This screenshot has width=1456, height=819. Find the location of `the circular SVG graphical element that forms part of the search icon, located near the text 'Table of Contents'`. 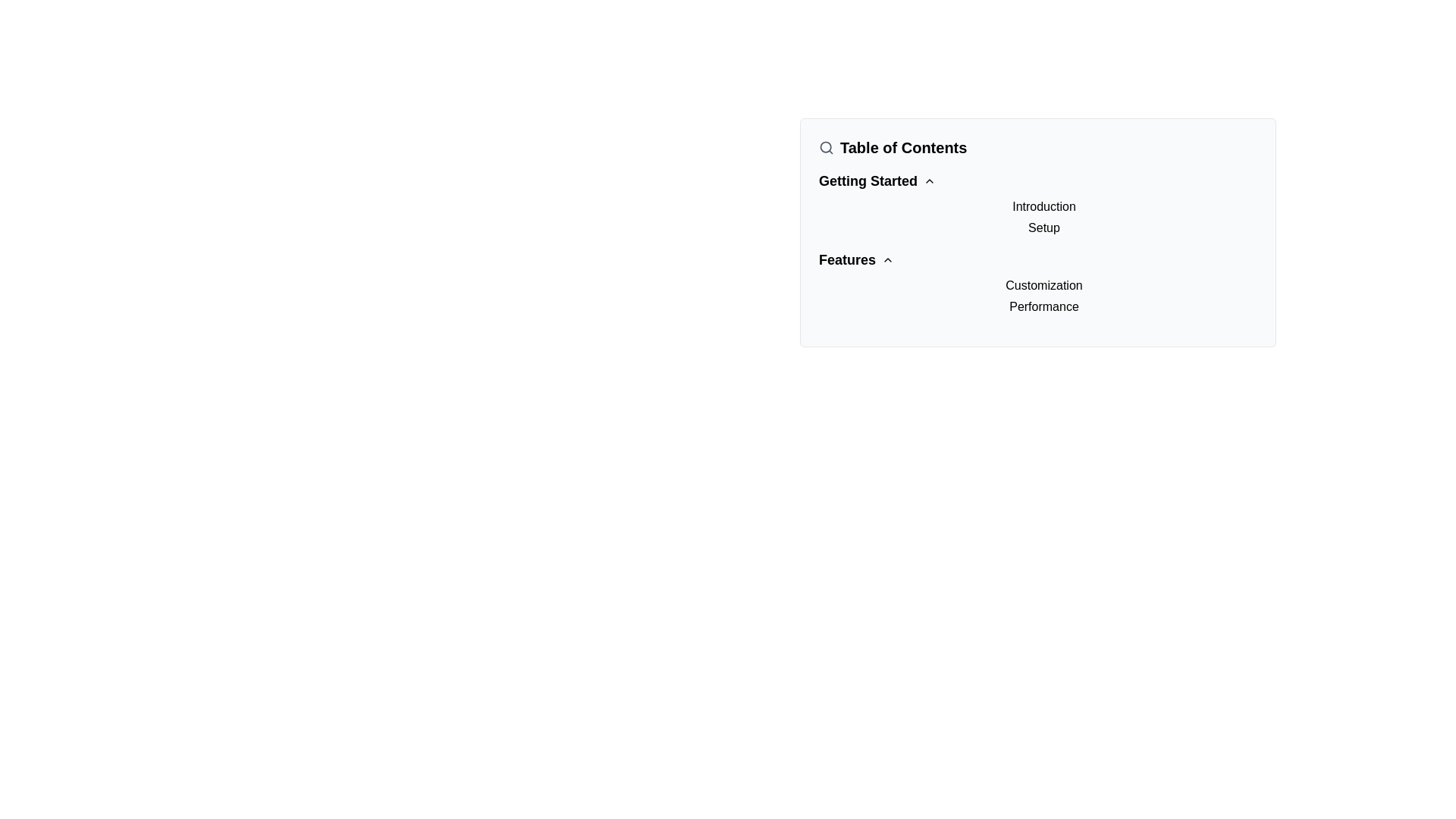

the circular SVG graphical element that forms part of the search icon, located near the text 'Table of Contents' is located at coordinates (825, 147).